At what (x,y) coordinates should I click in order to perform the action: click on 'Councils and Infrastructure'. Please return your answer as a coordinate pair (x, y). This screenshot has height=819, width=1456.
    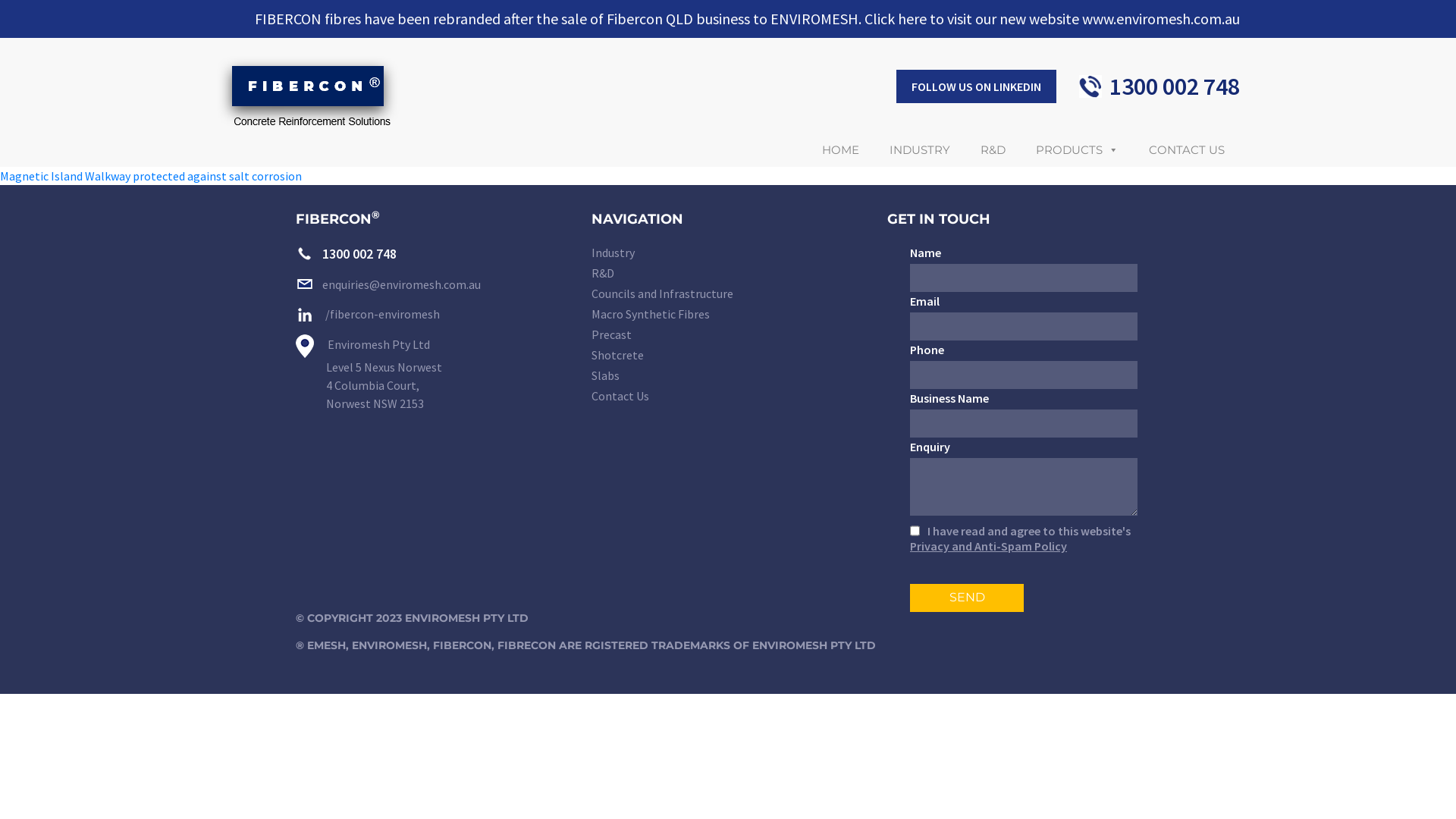
    Looking at the image, I should click on (728, 294).